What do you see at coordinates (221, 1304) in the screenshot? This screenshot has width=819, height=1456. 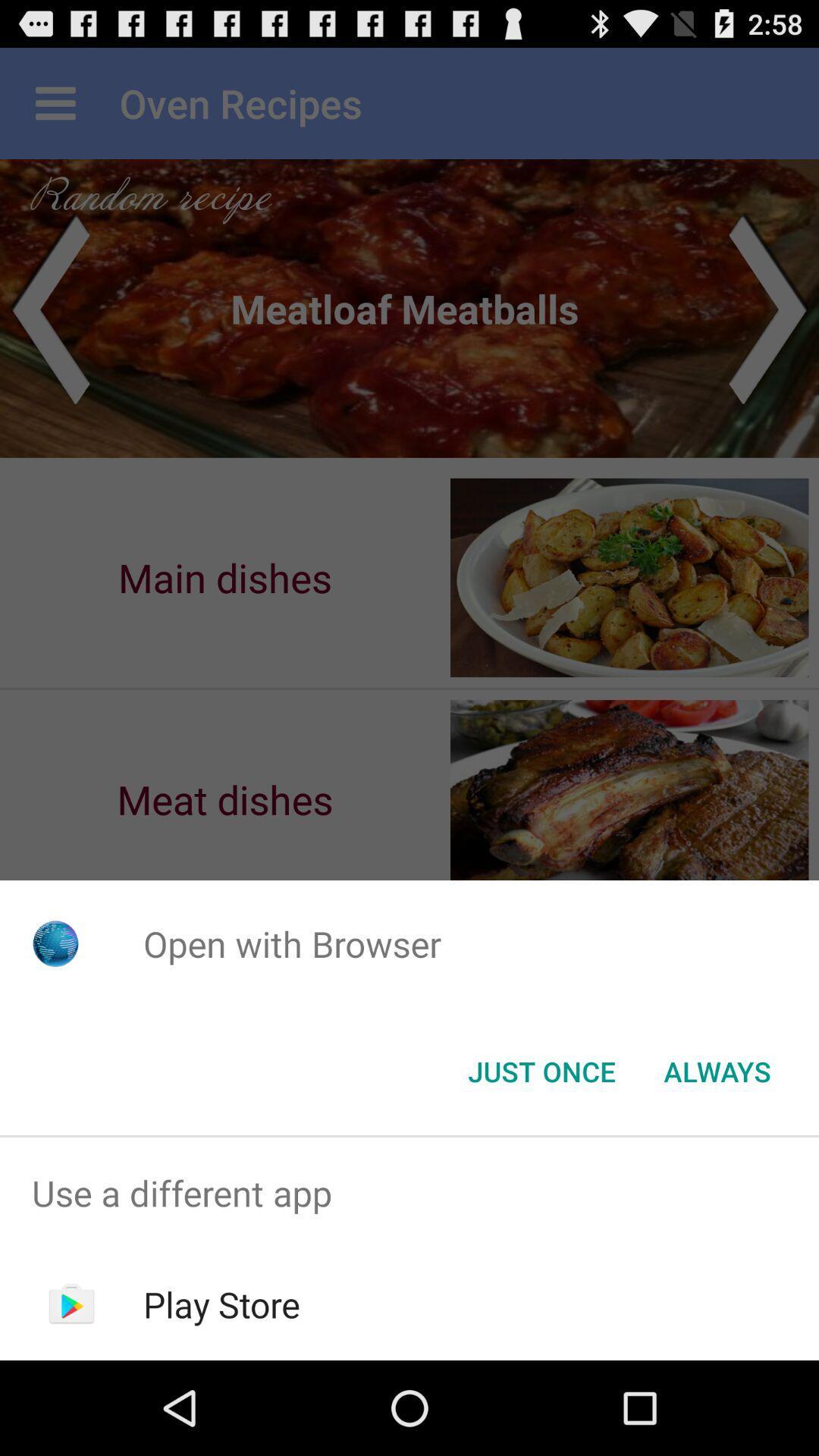 I see `play store item` at bounding box center [221, 1304].